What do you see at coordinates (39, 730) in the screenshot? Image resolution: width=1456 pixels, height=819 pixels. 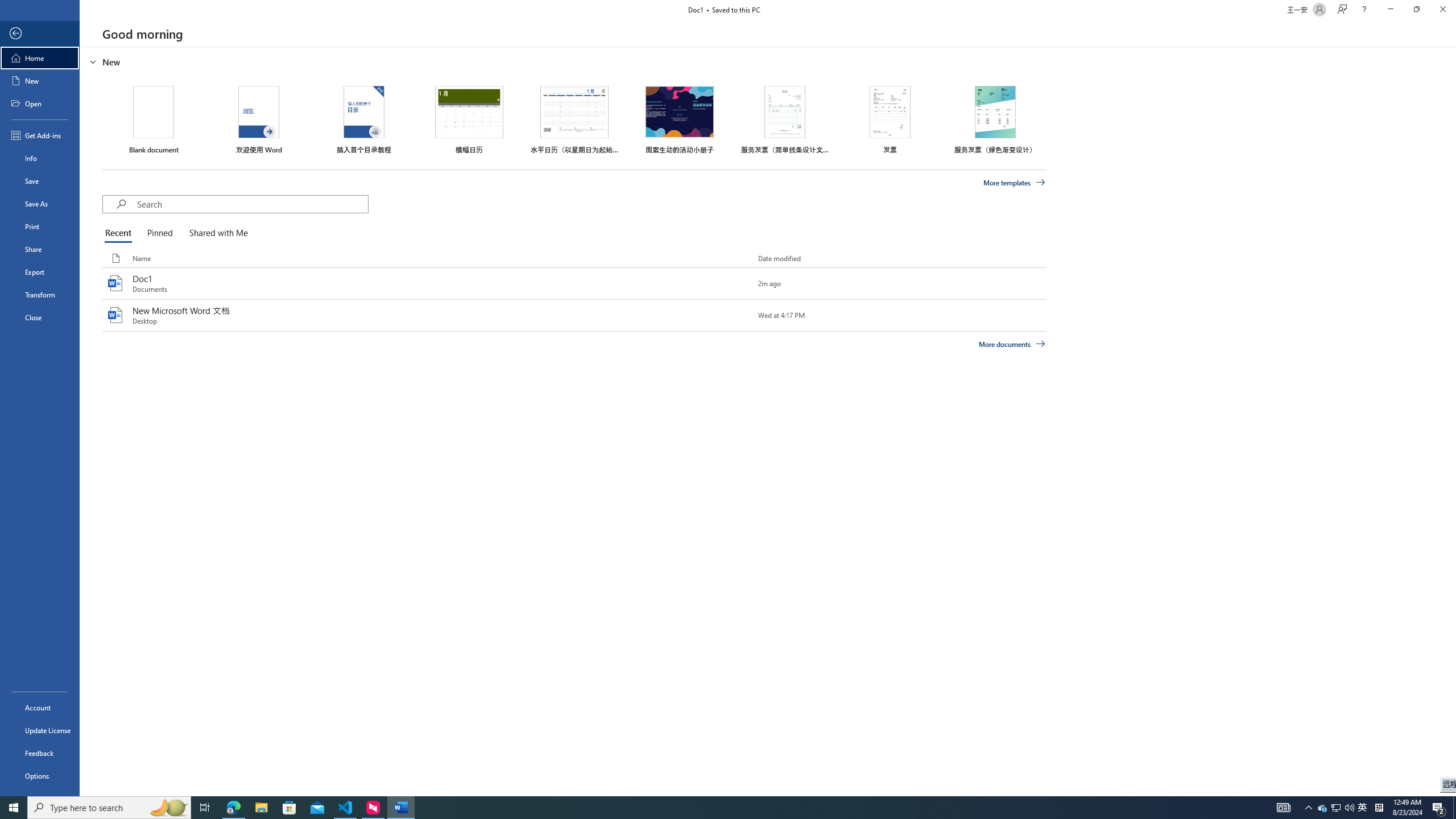 I see `'Update License'` at bounding box center [39, 730].